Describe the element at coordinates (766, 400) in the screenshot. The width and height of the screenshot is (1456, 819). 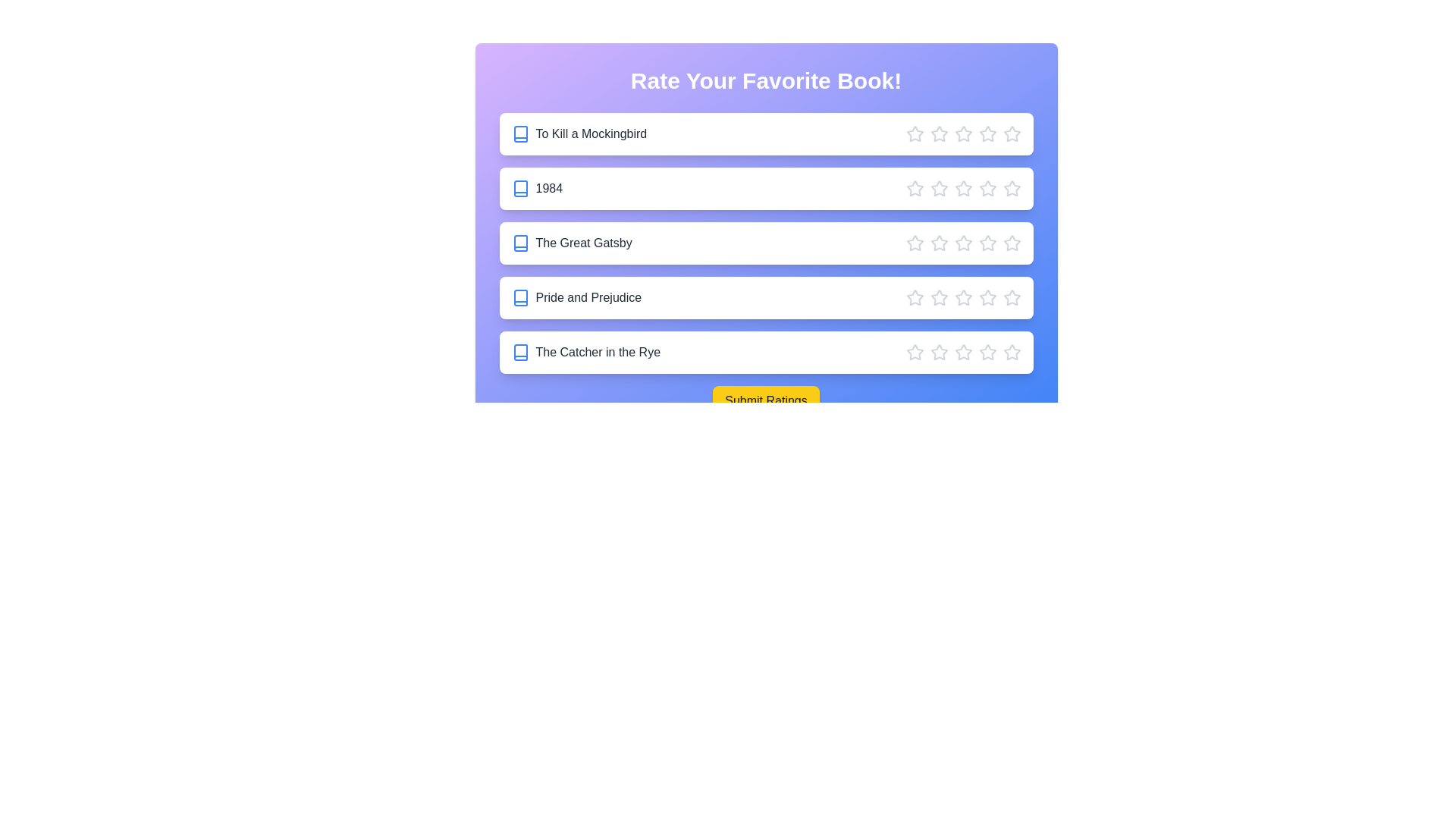
I see `the submit button to finalize the ratings` at that location.